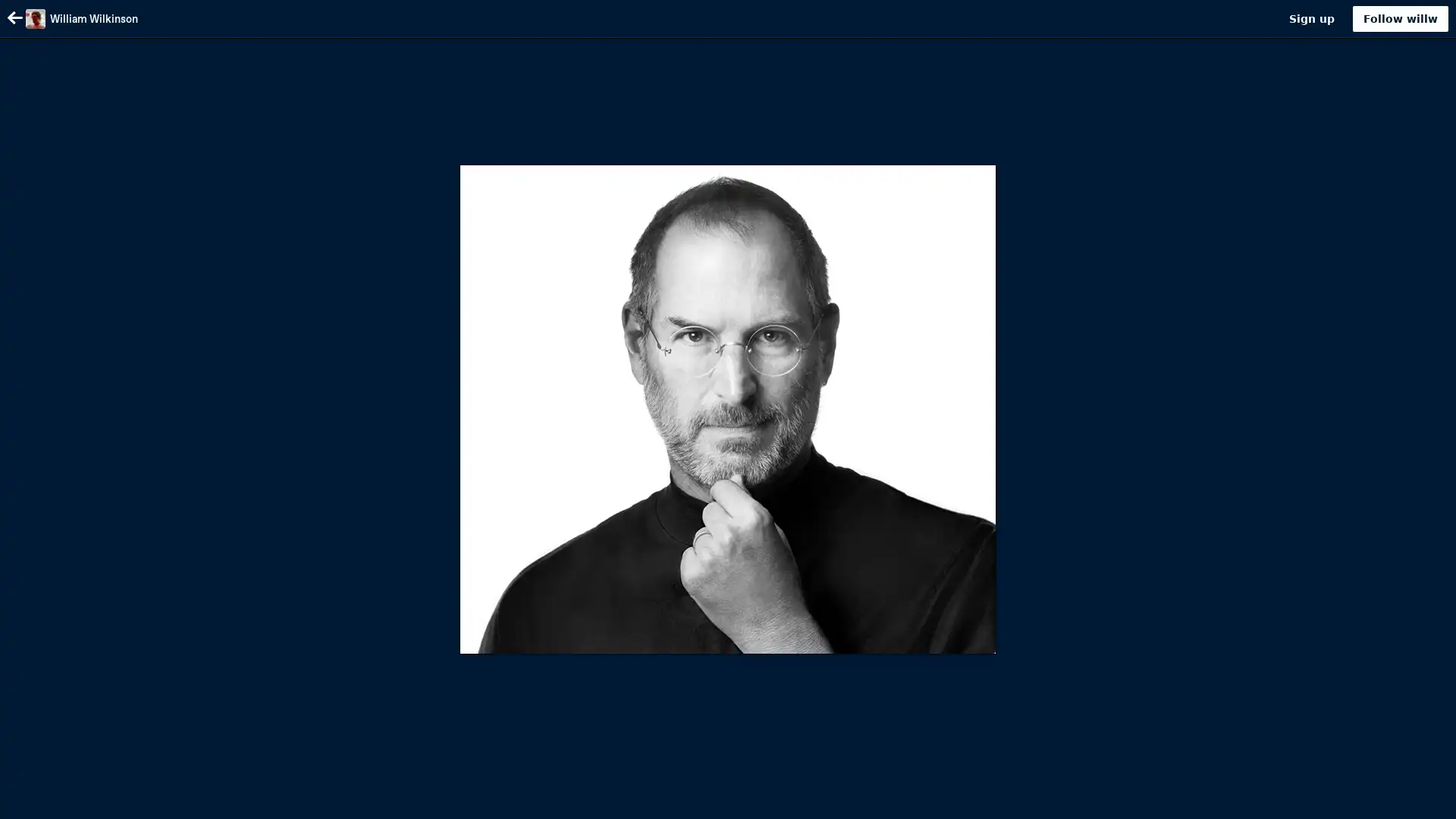  I want to click on Scroll to top, so click(1426, 802).